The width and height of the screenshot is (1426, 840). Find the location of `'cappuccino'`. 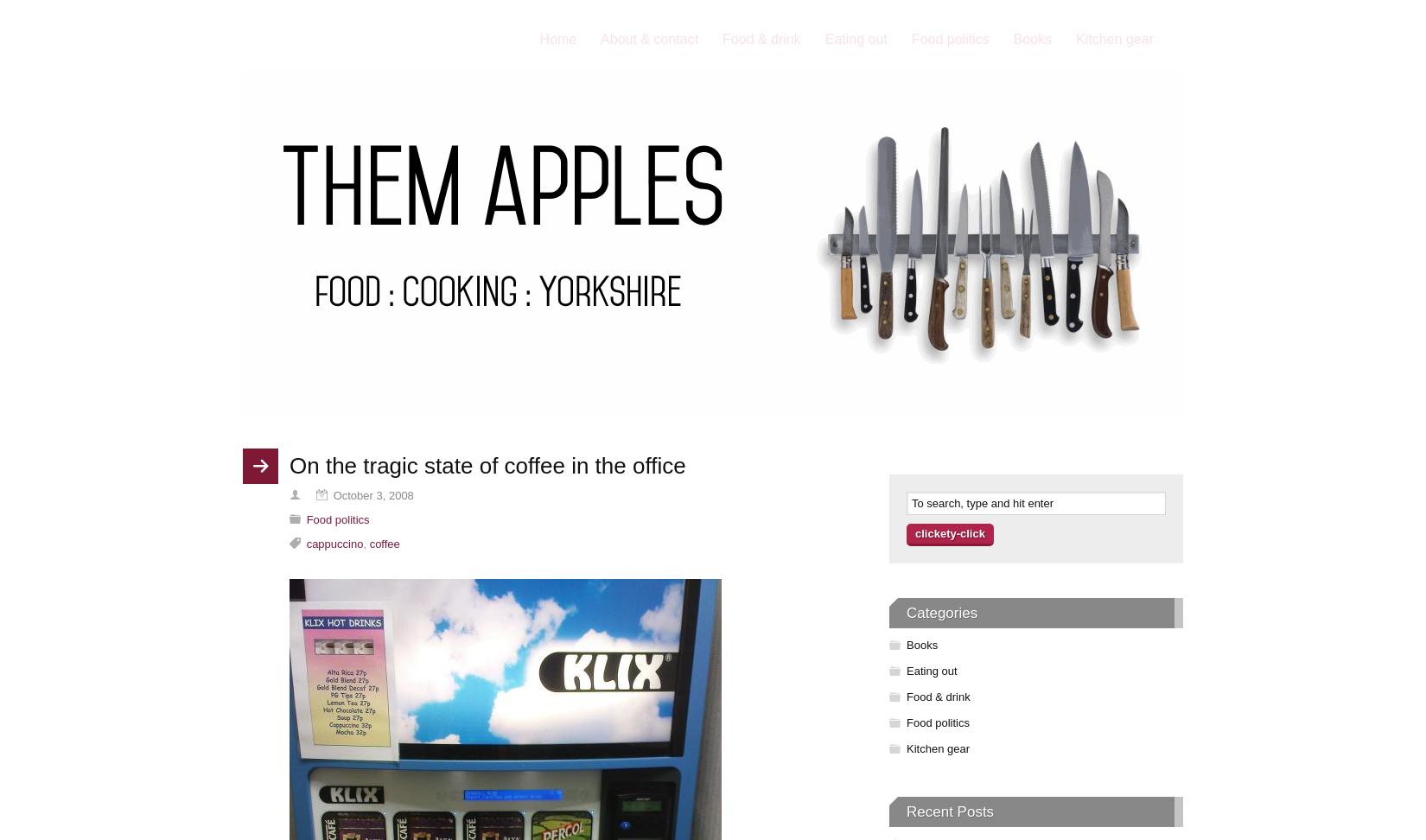

'cappuccino' is located at coordinates (334, 544).